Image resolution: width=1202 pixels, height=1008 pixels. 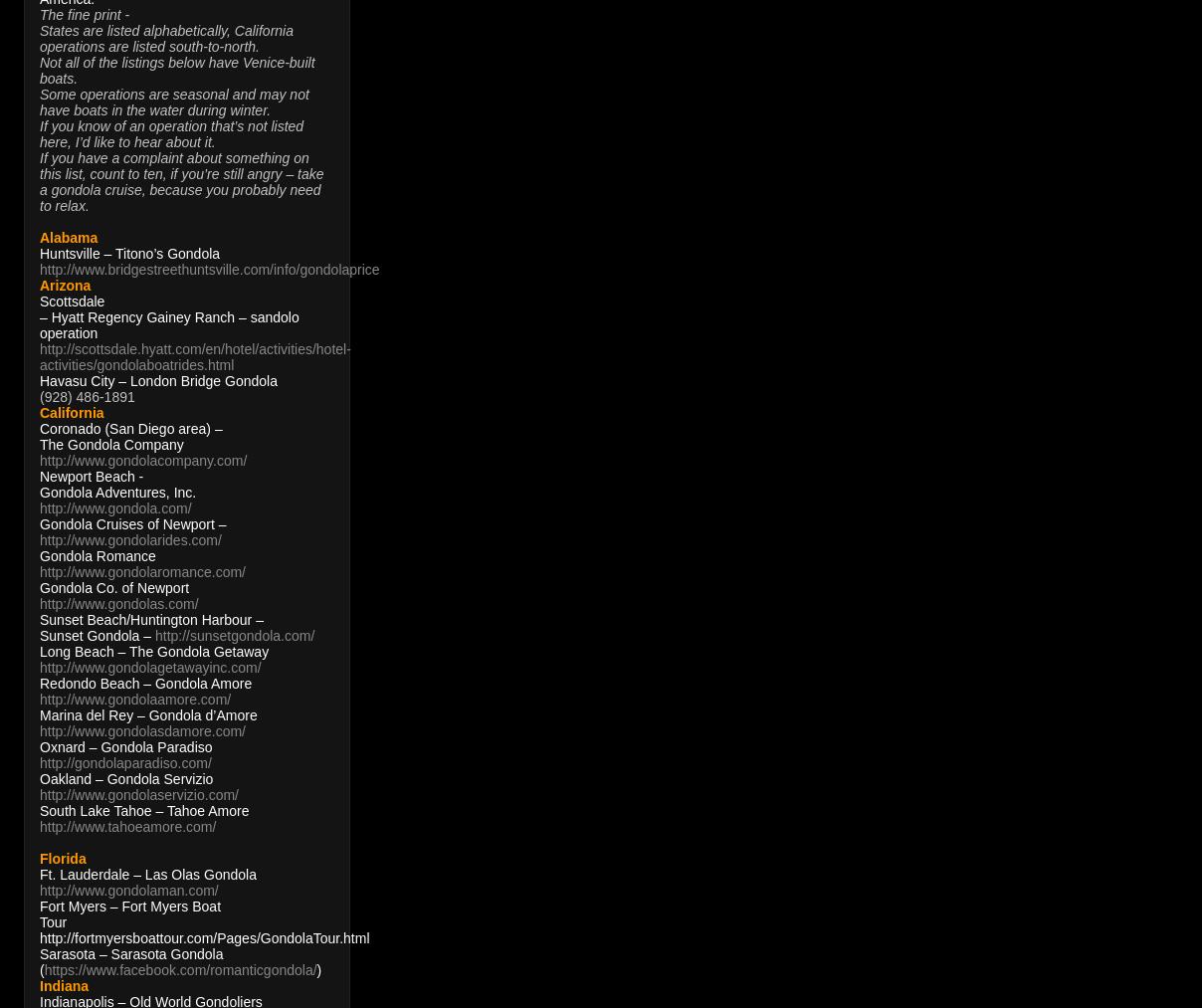 What do you see at coordinates (124, 779) in the screenshot?
I see `'Oakland – Gondola Servizio'` at bounding box center [124, 779].